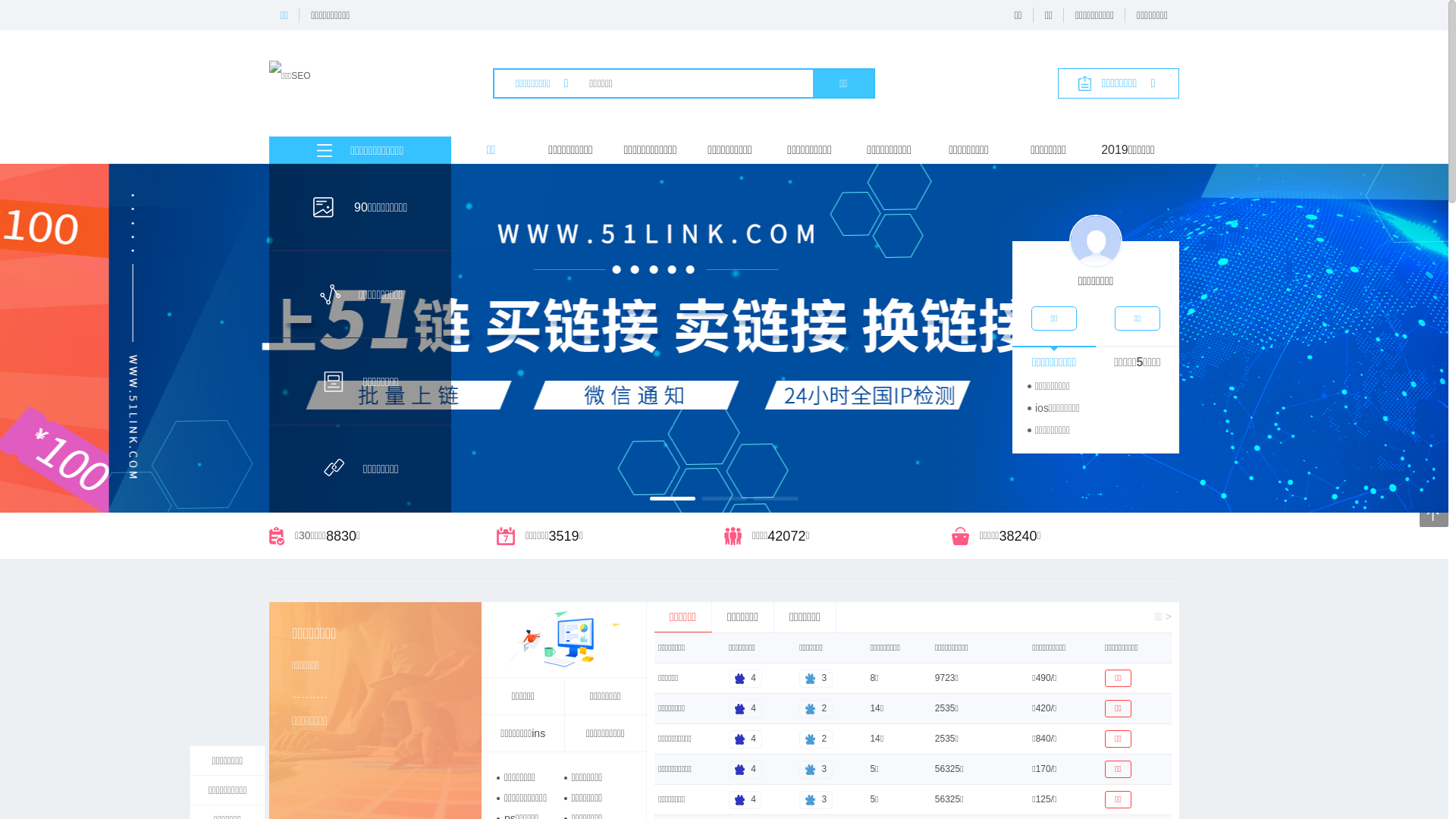 The image size is (1456, 819). Describe the element at coordinates (814, 798) in the screenshot. I see `'3'` at that location.